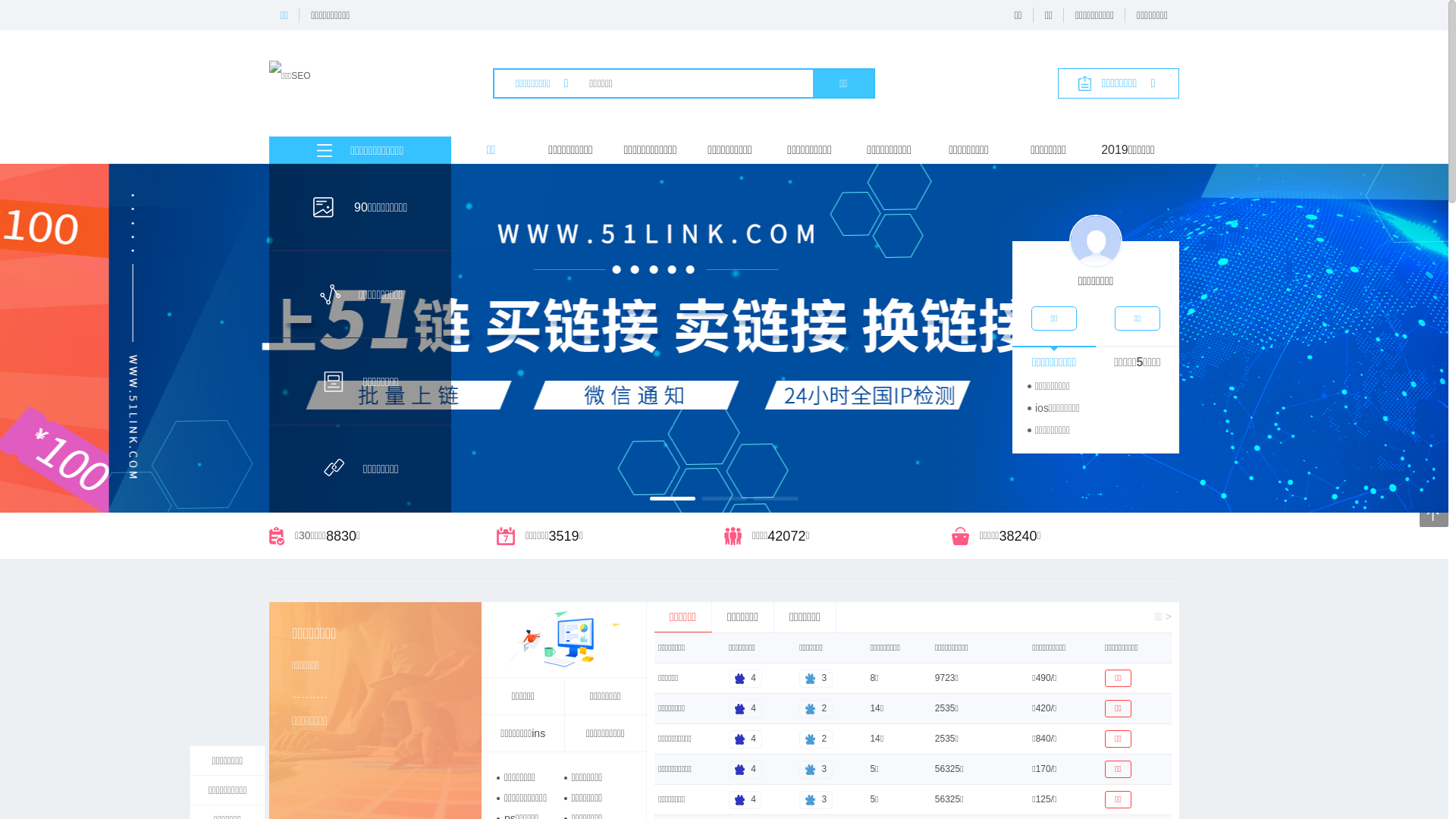 The image size is (1456, 819). Describe the element at coordinates (814, 798) in the screenshot. I see `'3'` at that location.